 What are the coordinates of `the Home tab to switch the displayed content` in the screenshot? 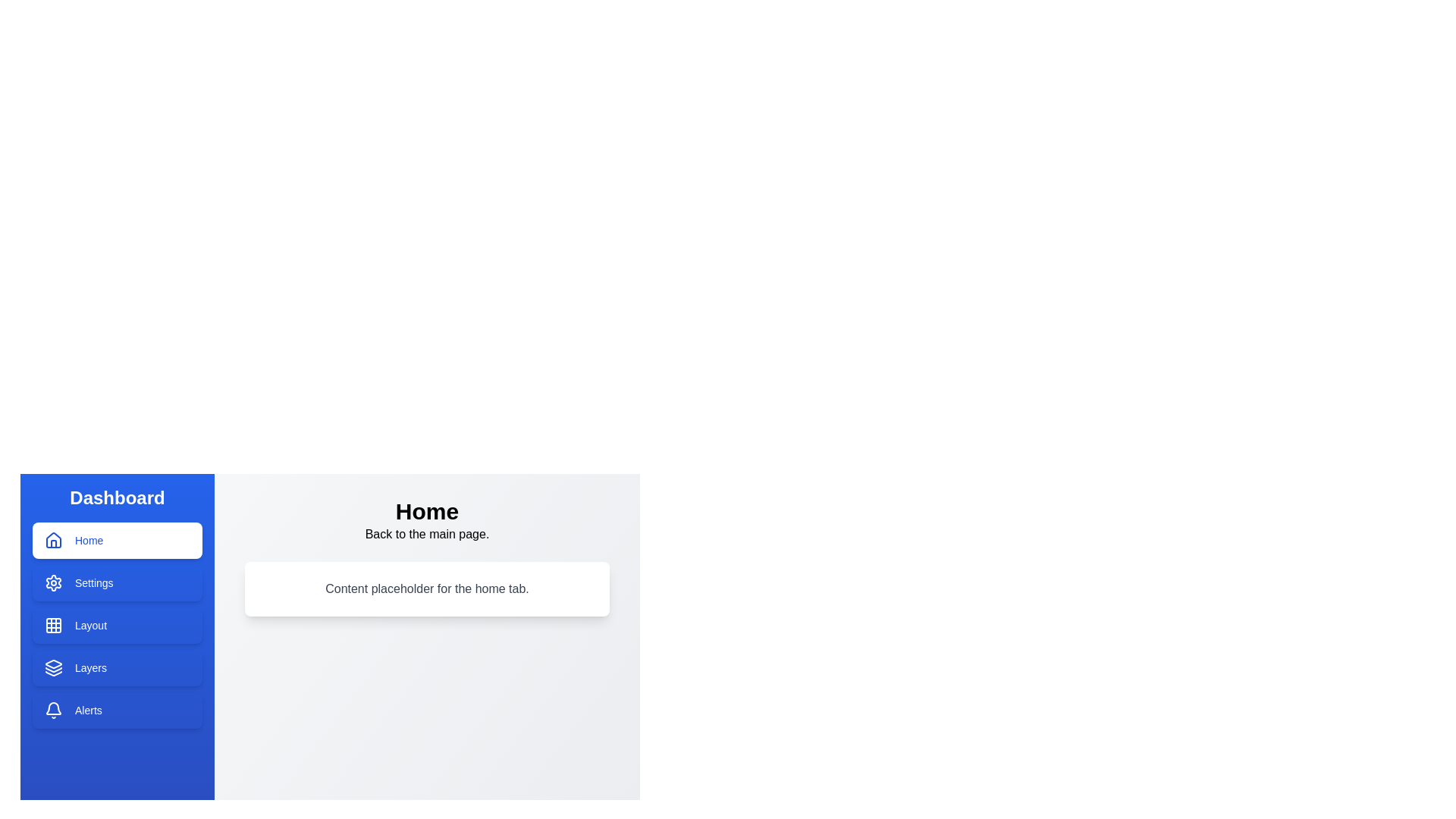 It's located at (116, 540).